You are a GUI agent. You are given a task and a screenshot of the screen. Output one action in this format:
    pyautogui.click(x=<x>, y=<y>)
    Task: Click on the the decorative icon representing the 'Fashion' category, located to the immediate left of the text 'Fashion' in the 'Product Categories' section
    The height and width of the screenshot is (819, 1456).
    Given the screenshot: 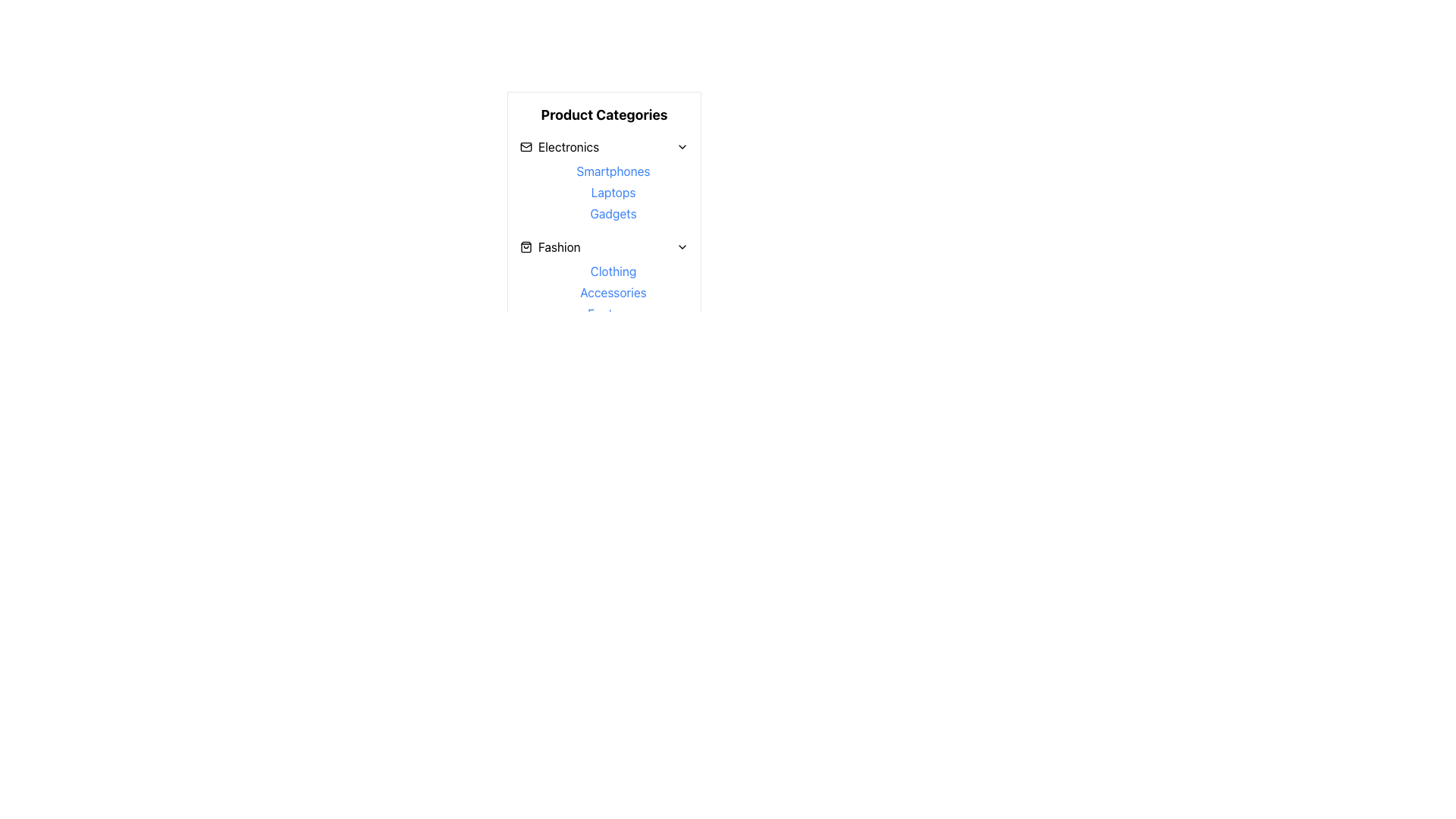 What is the action you would take?
    pyautogui.click(x=526, y=246)
    